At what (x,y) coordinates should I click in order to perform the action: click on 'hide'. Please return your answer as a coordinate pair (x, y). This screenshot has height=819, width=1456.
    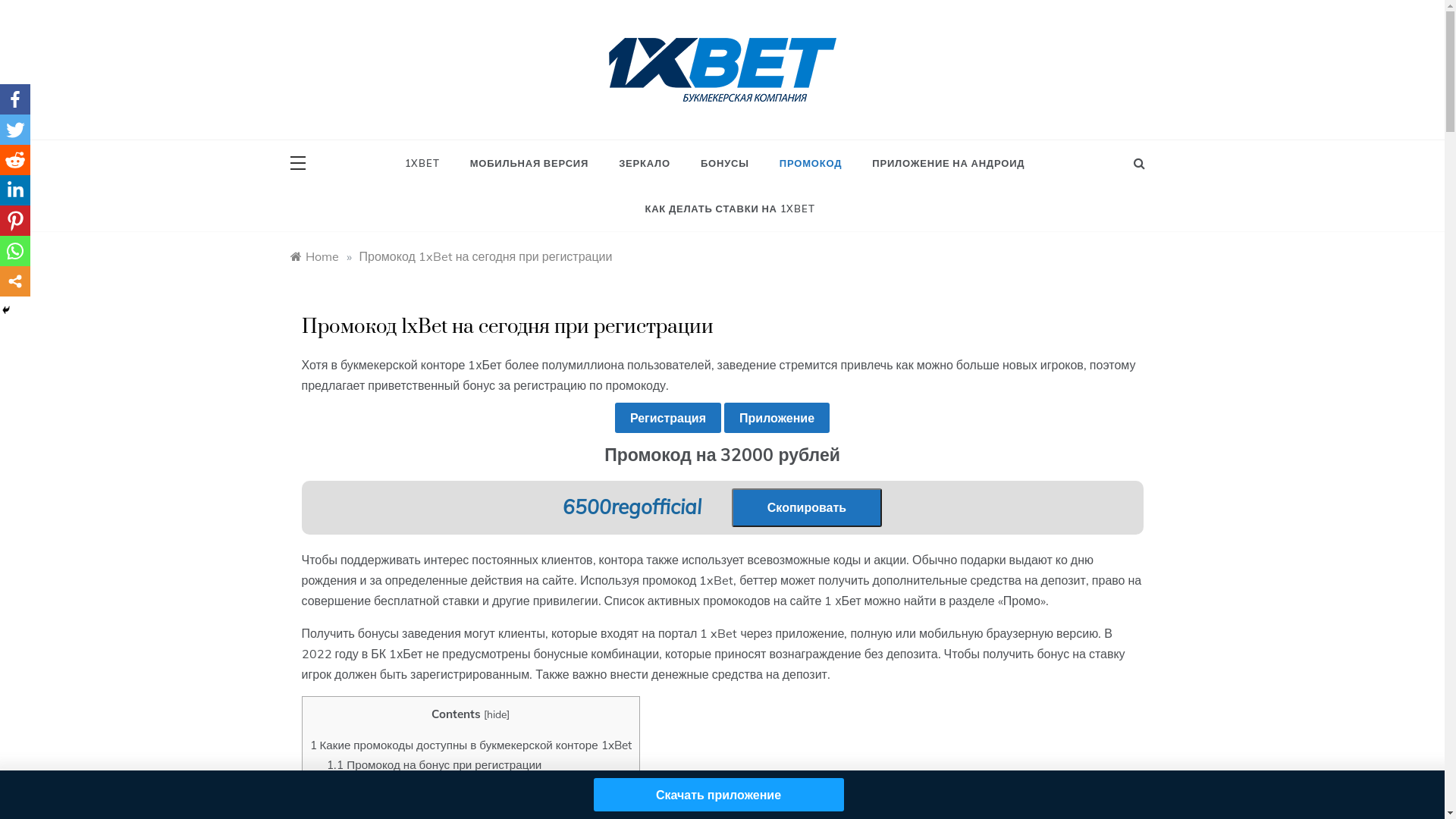
    Looking at the image, I should click on (496, 714).